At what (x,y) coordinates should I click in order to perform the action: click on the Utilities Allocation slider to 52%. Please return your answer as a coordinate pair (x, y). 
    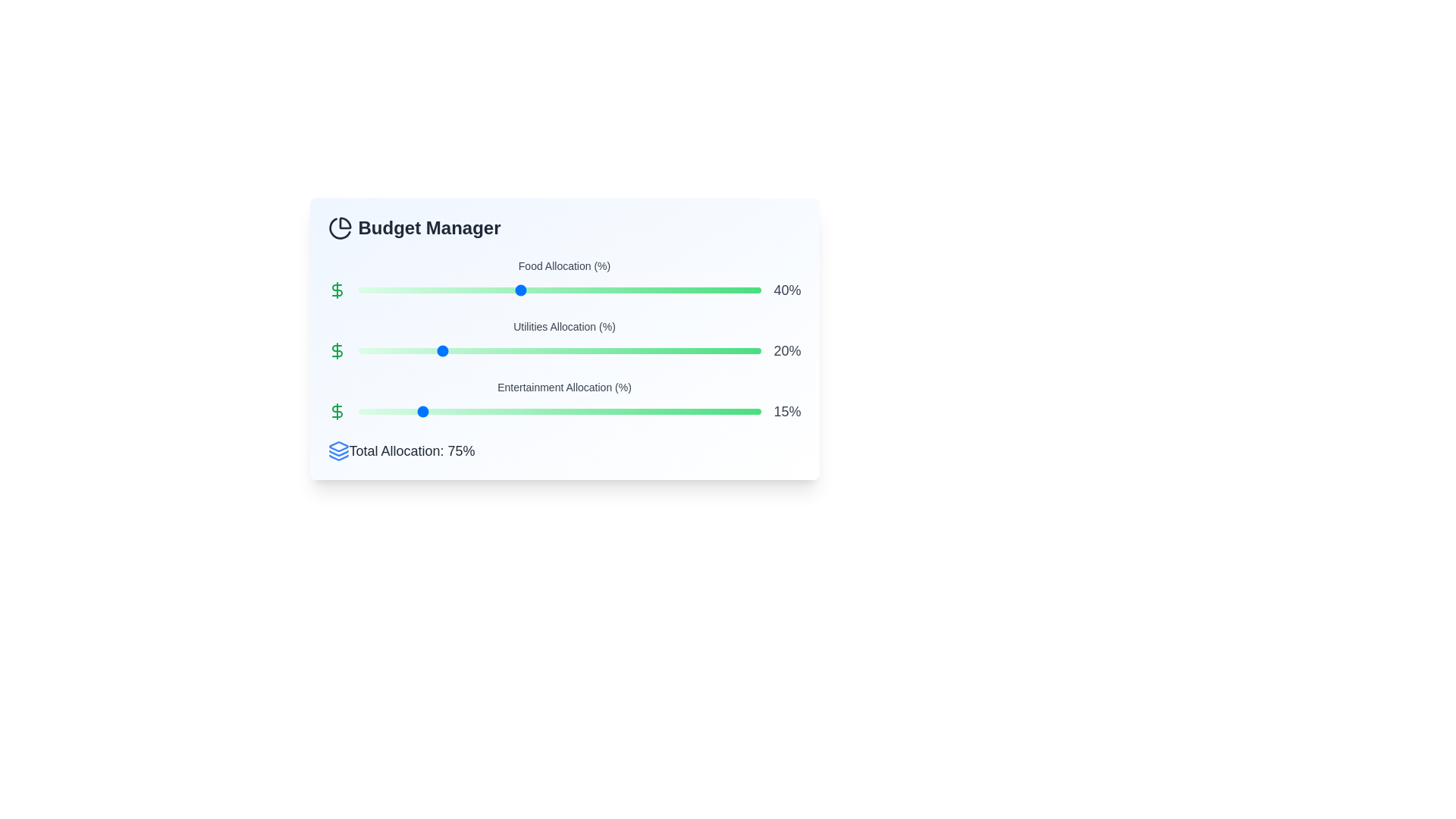
    Looking at the image, I should click on (567, 350).